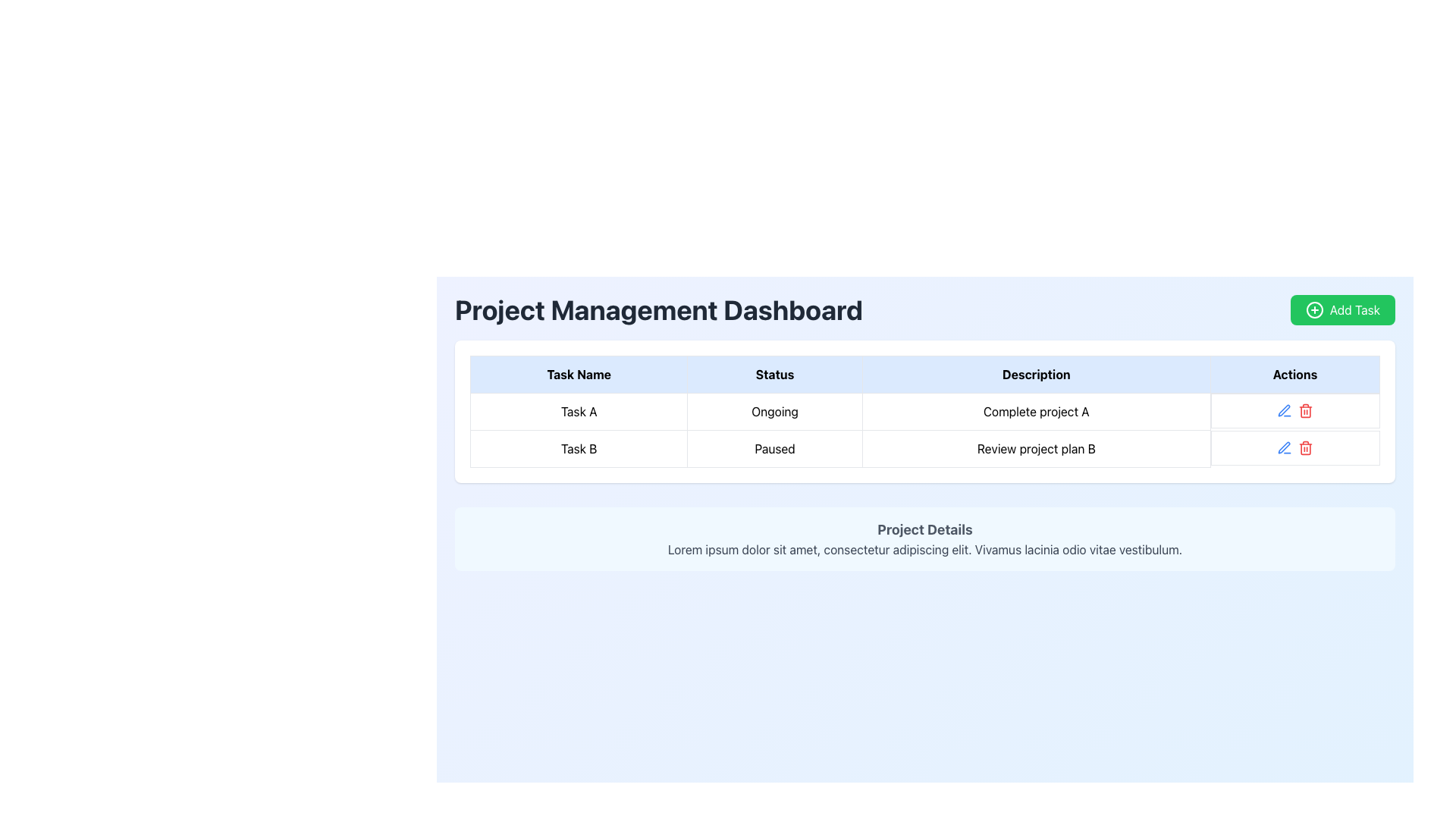 The image size is (1456, 819). What do you see at coordinates (1305, 447) in the screenshot?
I see `the delete icon button for 'Task B' located in the actions section of the last row of the table` at bounding box center [1305, 447].